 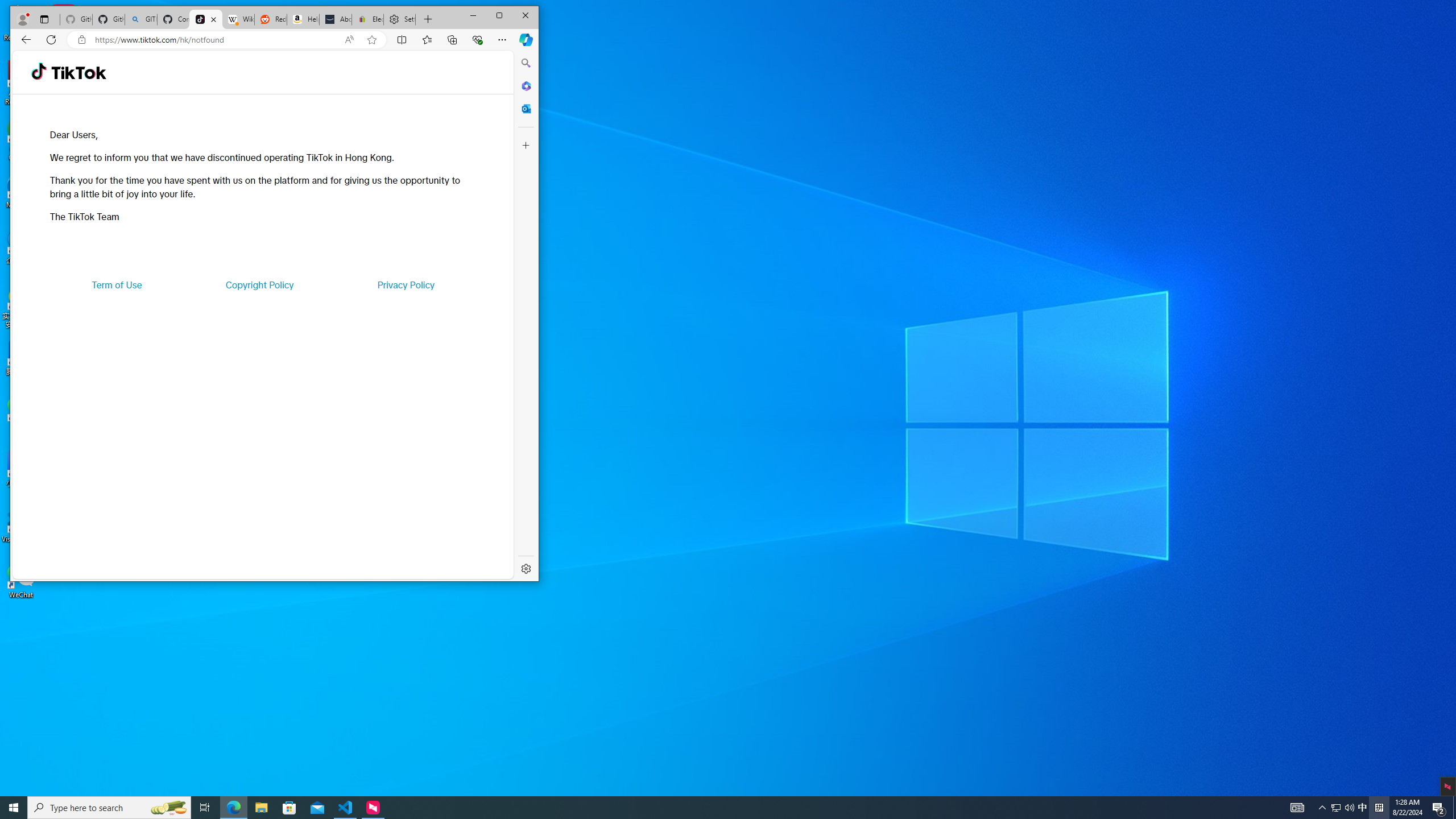 What do you see at coordinates (1296, 806) in the screenshot?
I see `'AutomationID: 4105'` at bounding box center [1296, 806].